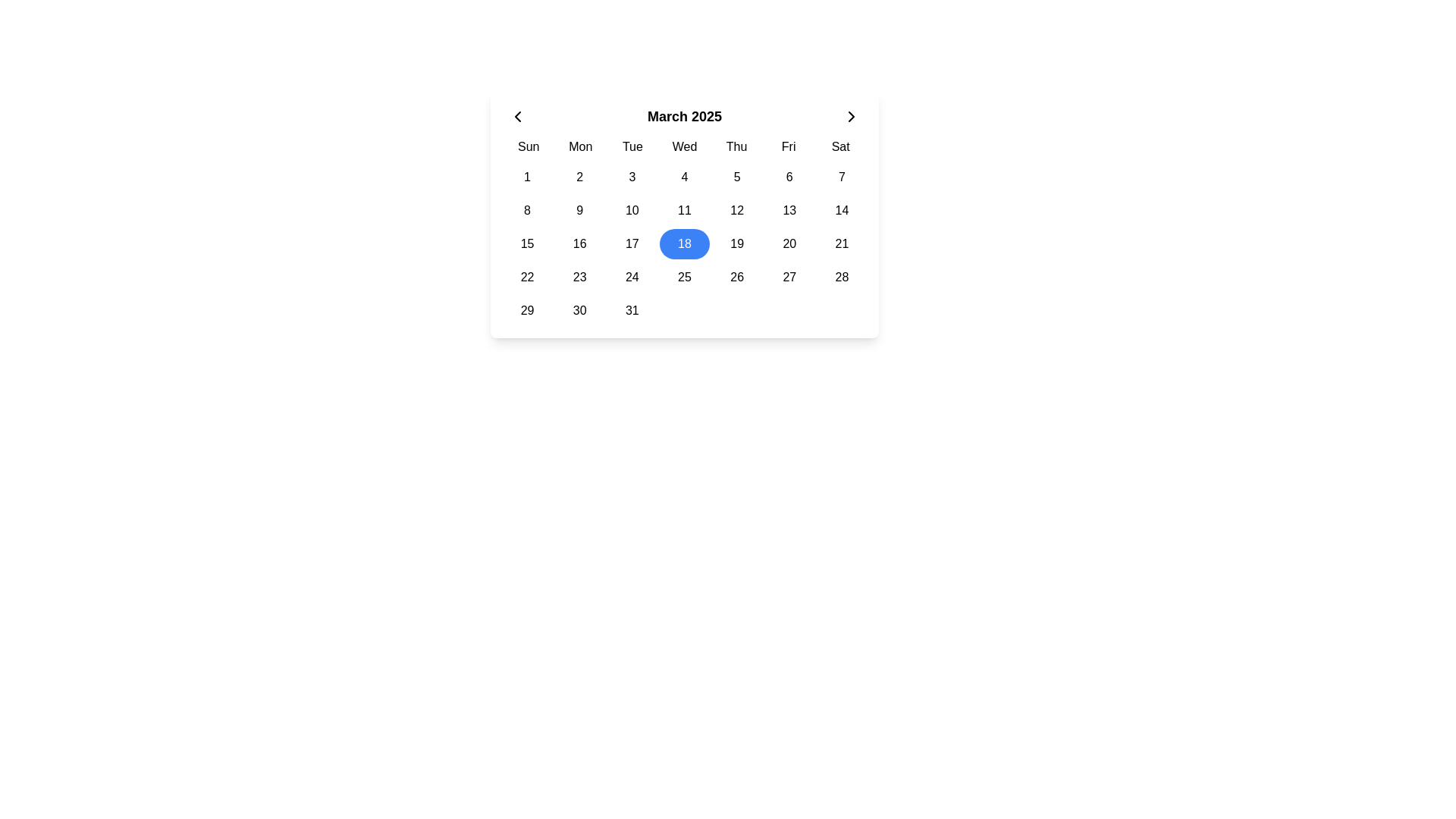 This screenshot has height=819, width=1456. Describe the element at coordinates (789, 278) in the screenshot. I see `the button representing the 27th day in the calendar` at that location.